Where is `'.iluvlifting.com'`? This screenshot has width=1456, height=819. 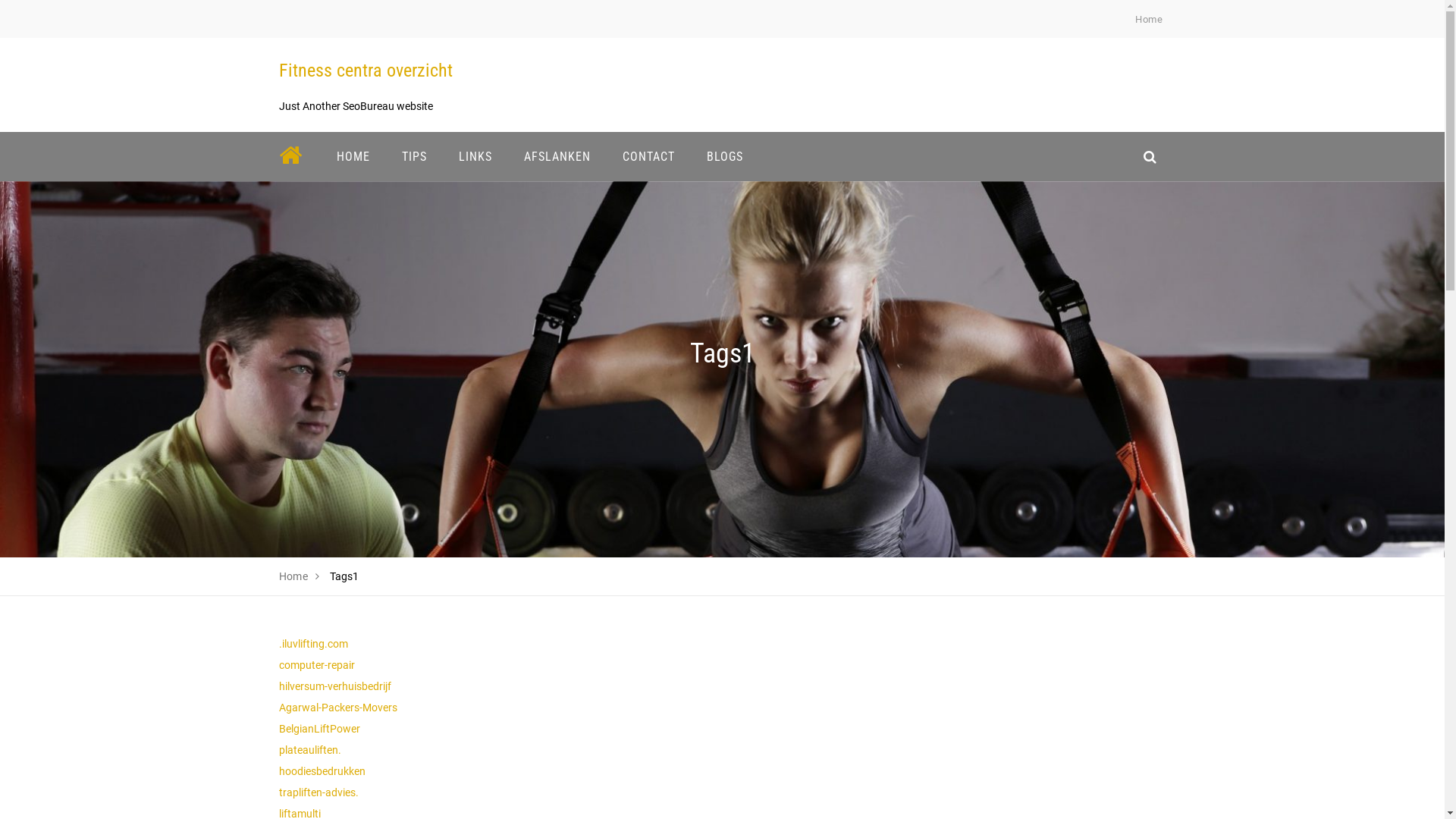
'.iluvlifting.com' is located at coordinates (312, 643).